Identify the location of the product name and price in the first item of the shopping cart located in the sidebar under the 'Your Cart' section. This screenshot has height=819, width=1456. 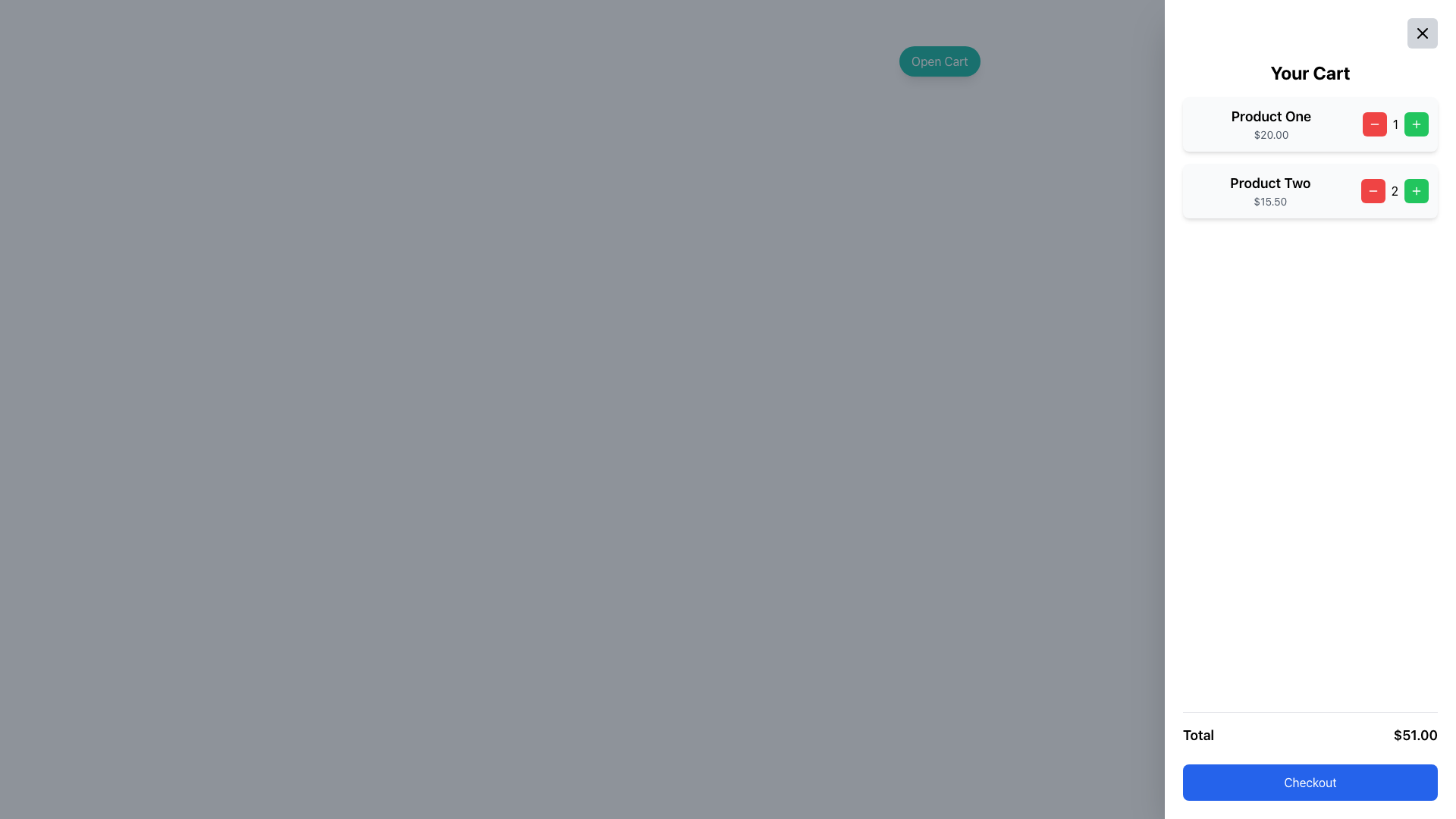
(1310, 124).